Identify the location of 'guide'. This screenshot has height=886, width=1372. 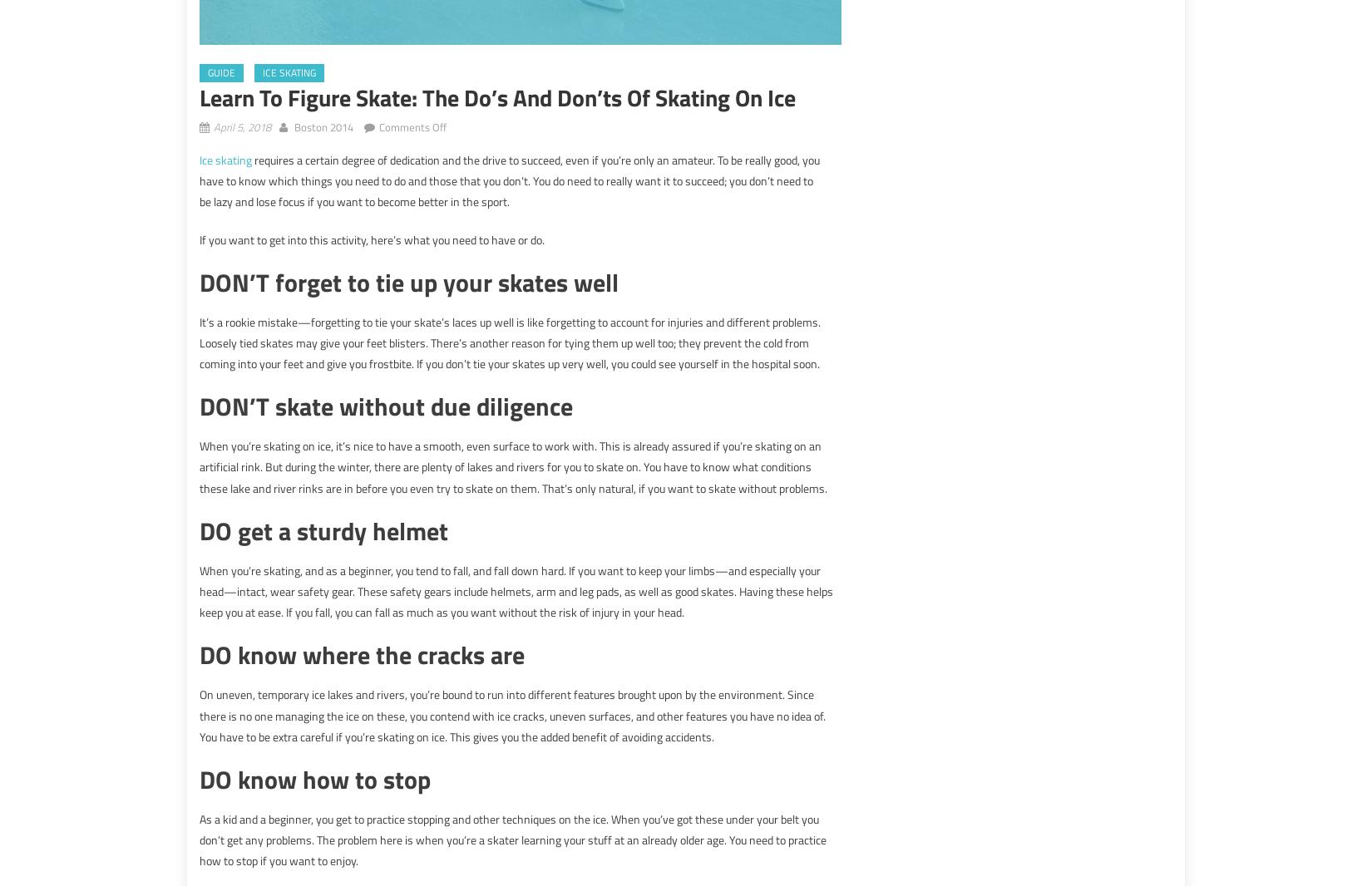
(221, 71).